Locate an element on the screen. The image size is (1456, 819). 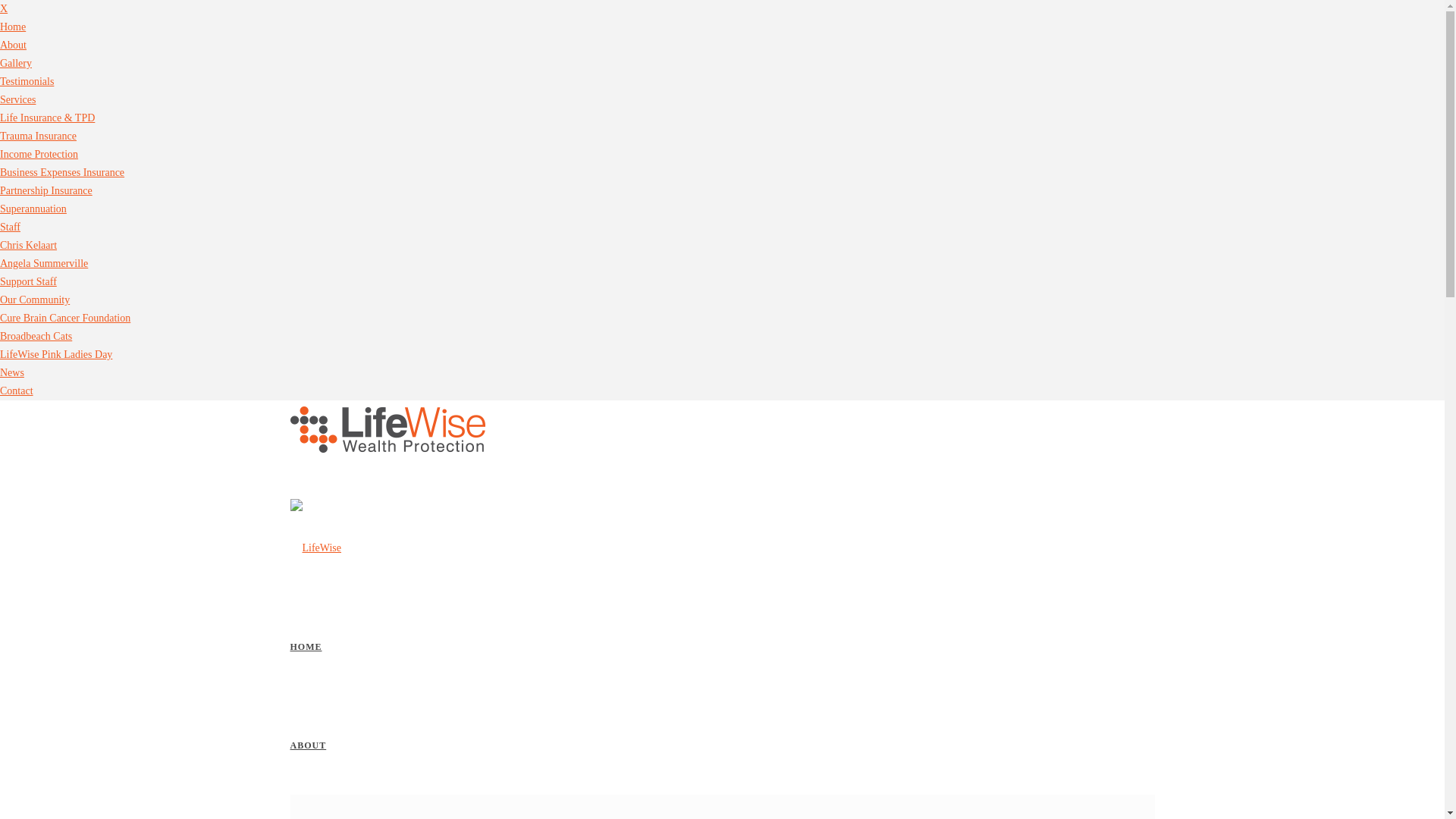
'Angela Summerville' is located at coordinates (43, 262).